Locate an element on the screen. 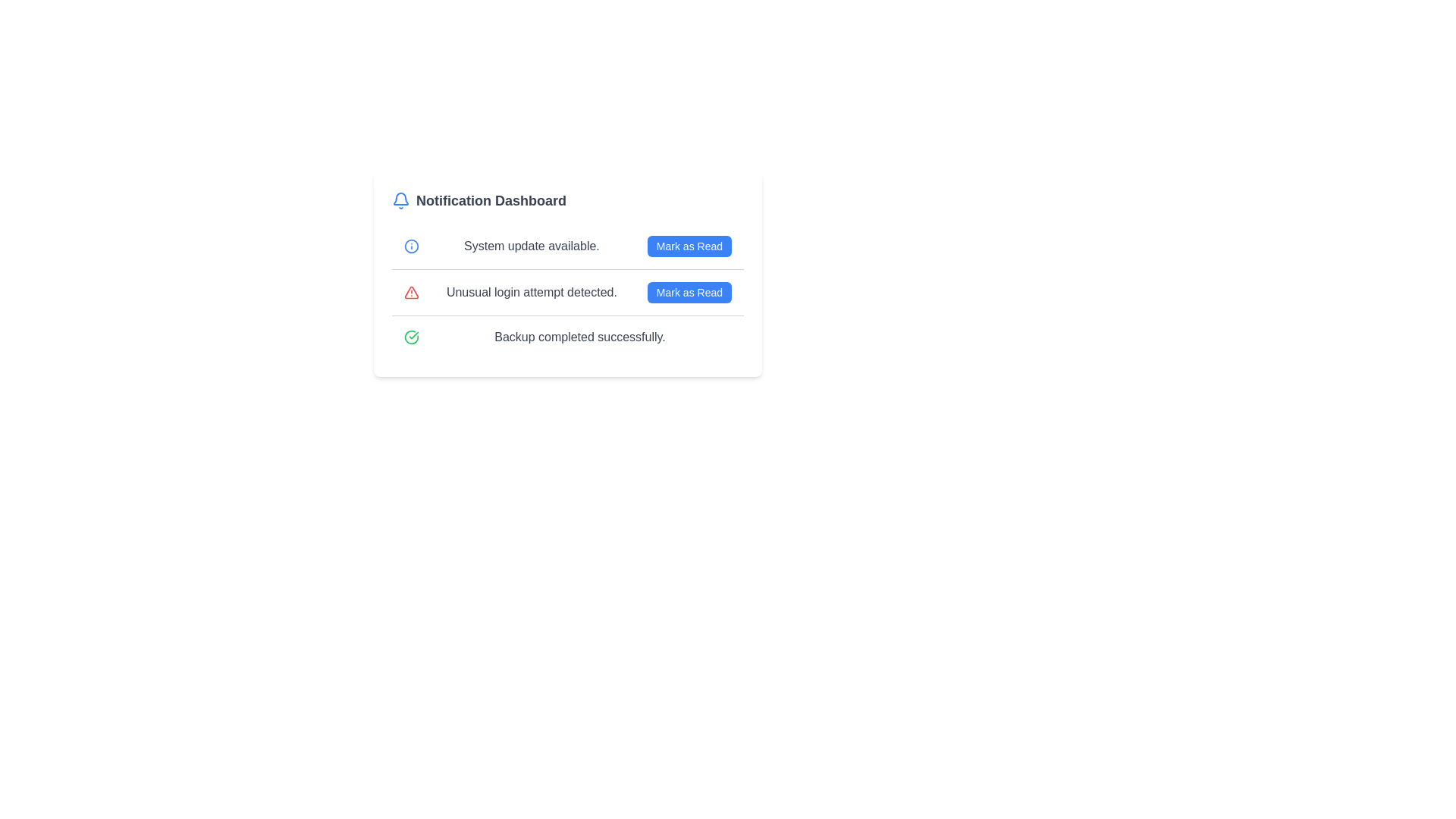 This screenshot has width=1456, height=819. the Circle (SVG element) which serves as a graphical indicator in the top-left quadrant of the notification dashboard is located at coordinates (411, 245).